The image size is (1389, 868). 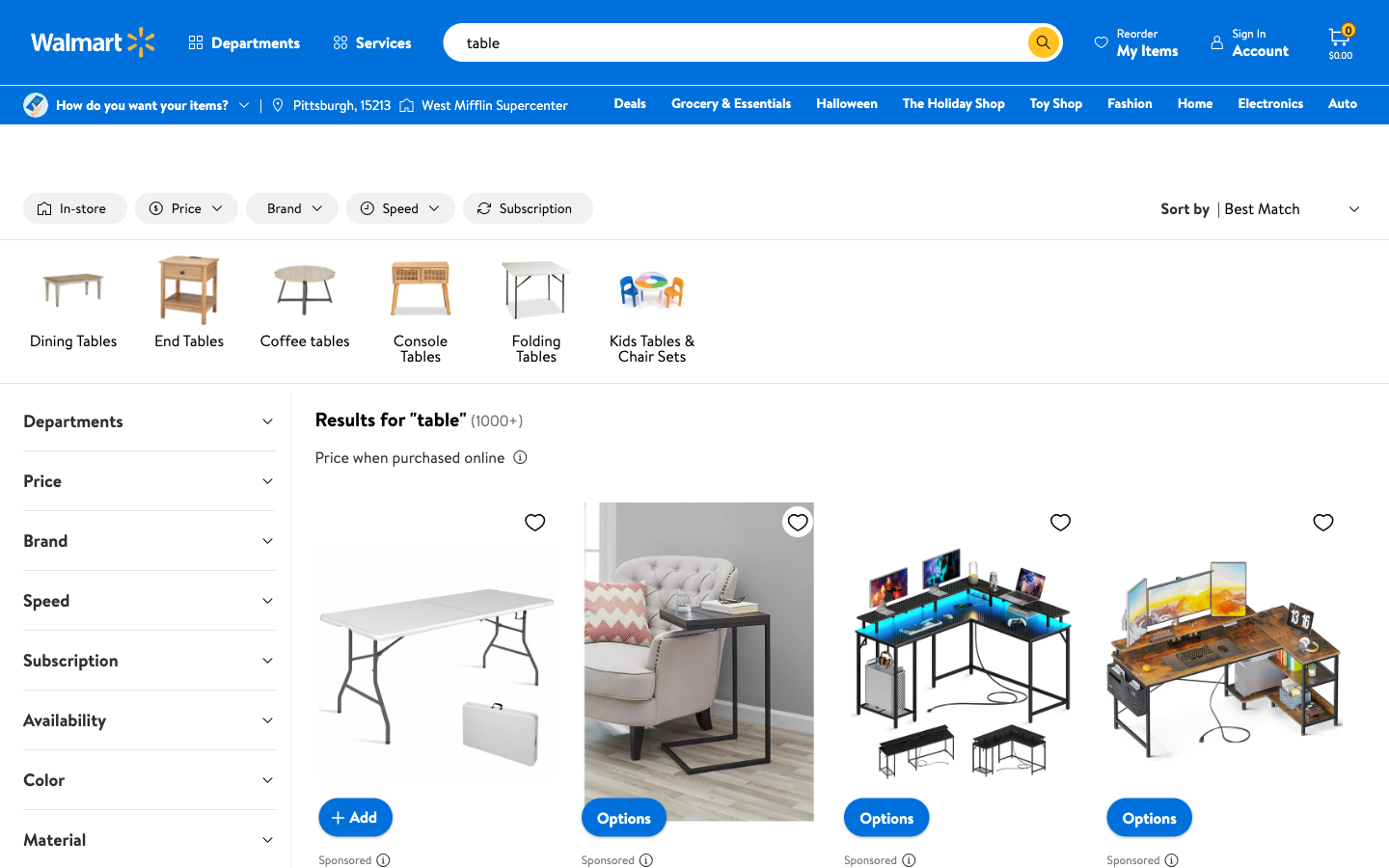 What do you see at coordinates (518, 456) in the screenshot?
I see `the information pop-up for price details` at bounding box center [518, 456].